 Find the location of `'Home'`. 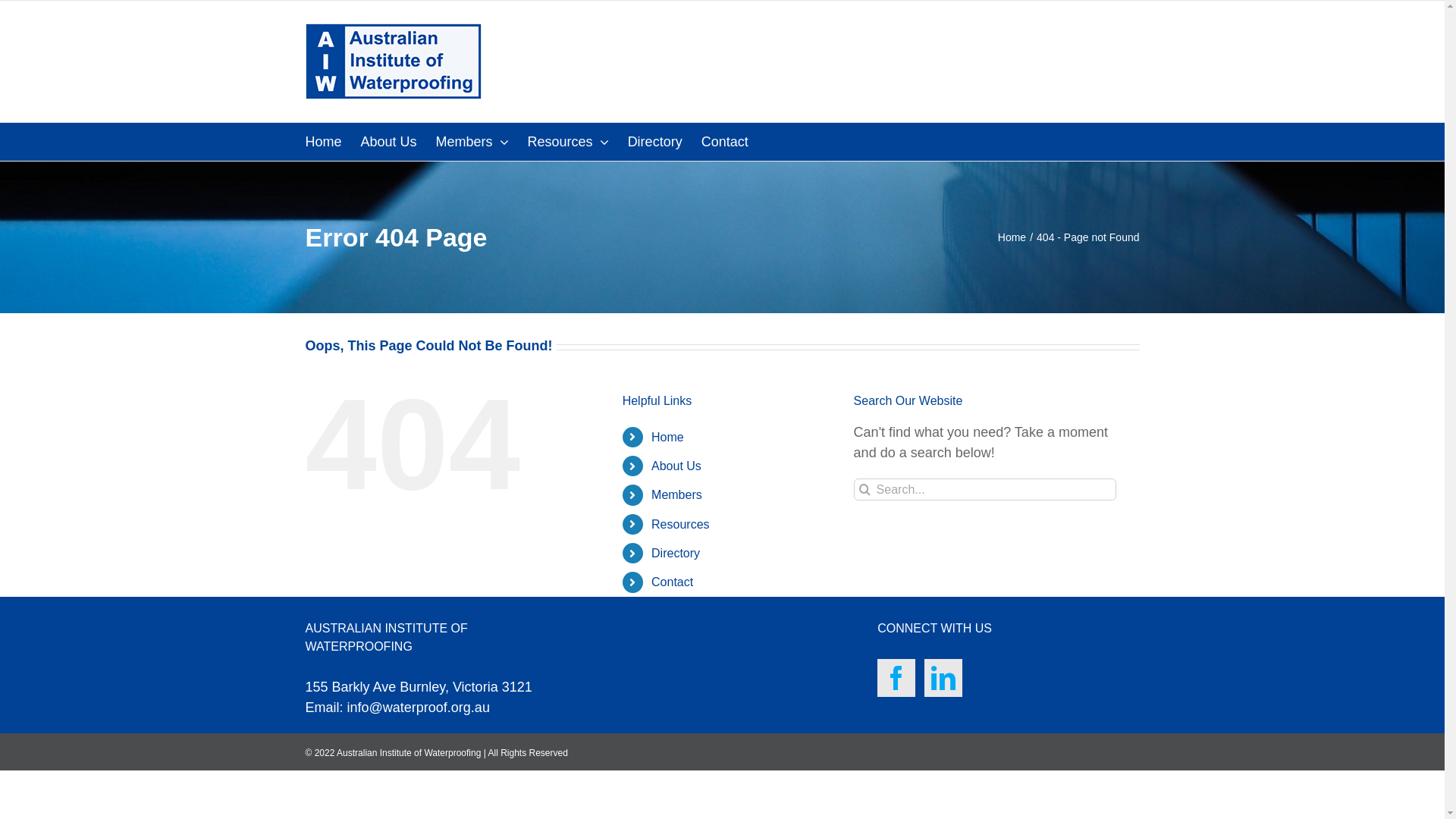

'Home' is located at coordinates (1012, 237).